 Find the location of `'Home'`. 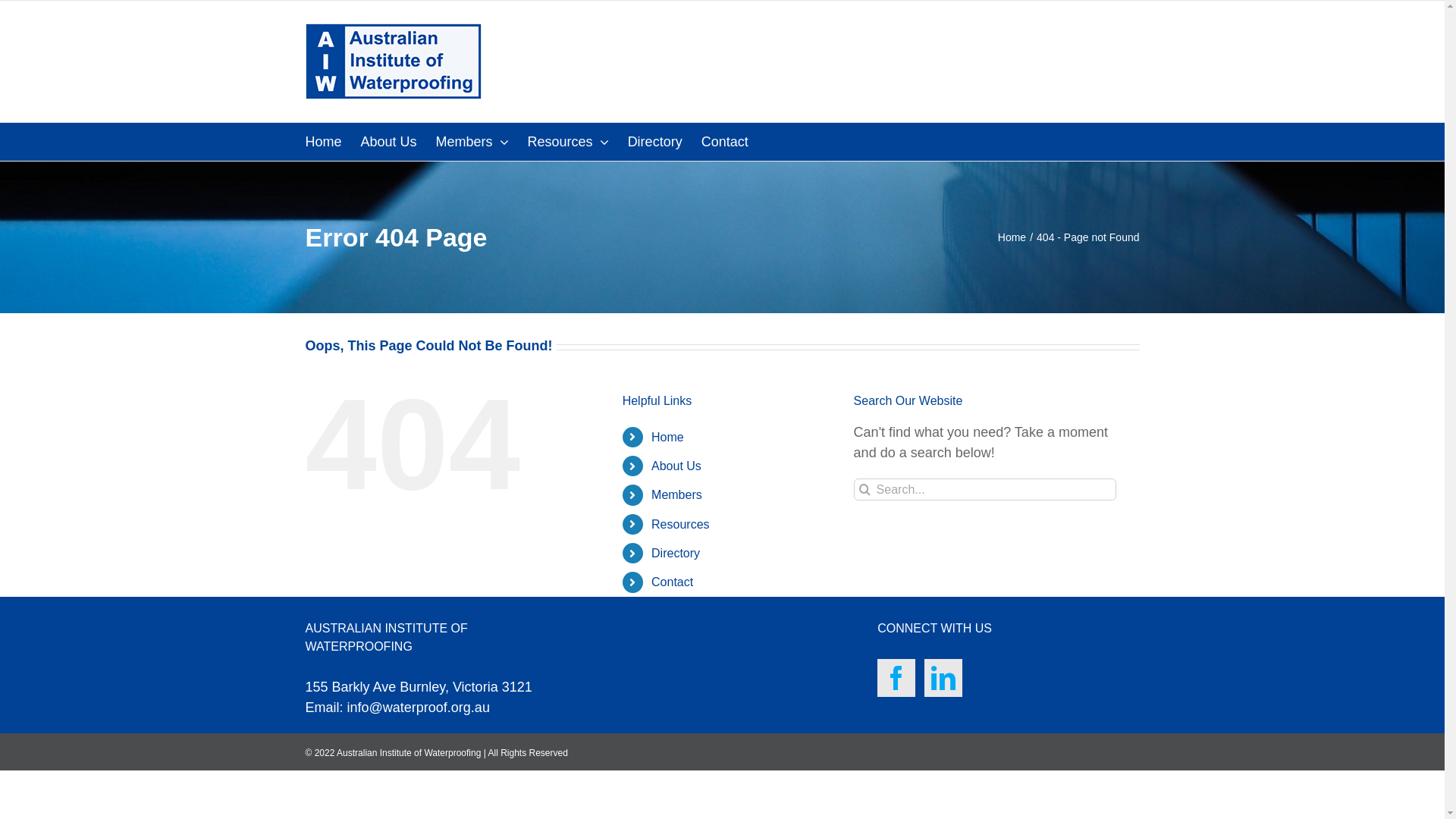

'Home' is located at coordinates (1012, 237).